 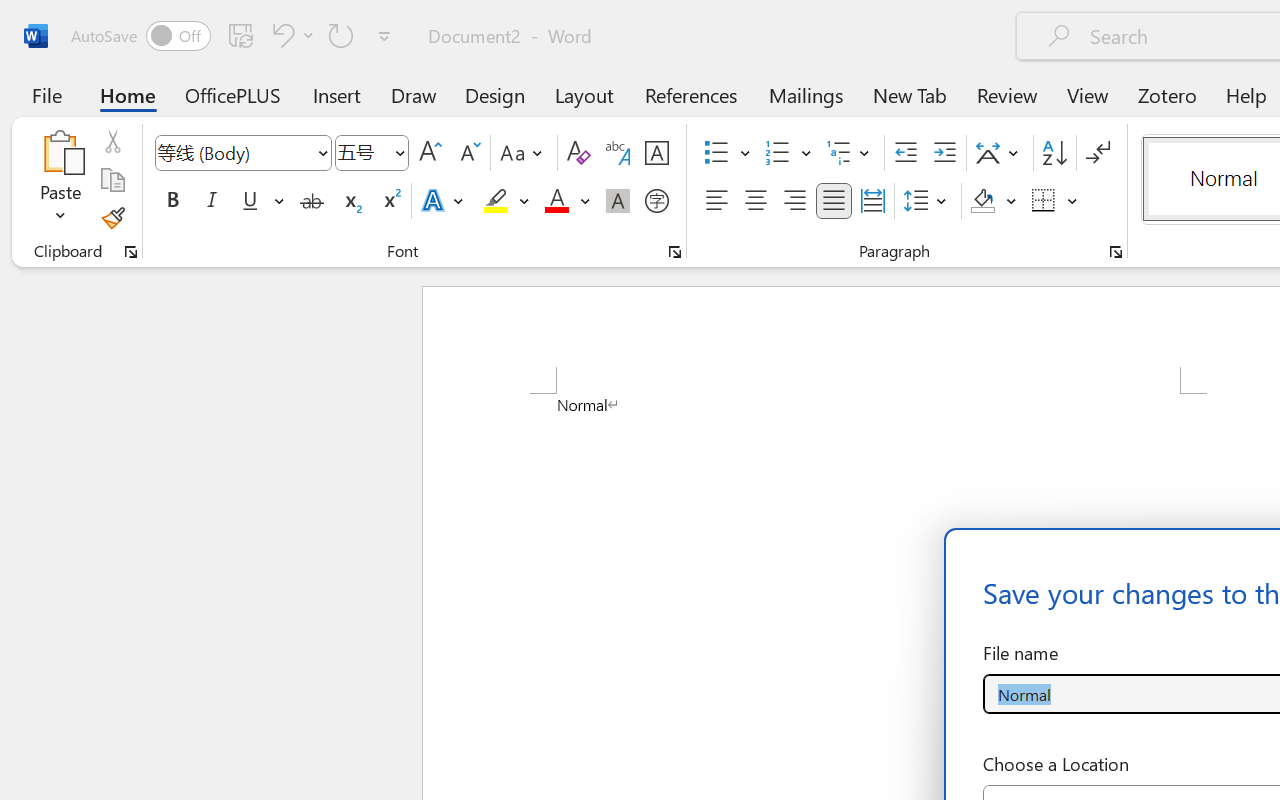 I want to click on 'Font', so click(x=234, y=152).